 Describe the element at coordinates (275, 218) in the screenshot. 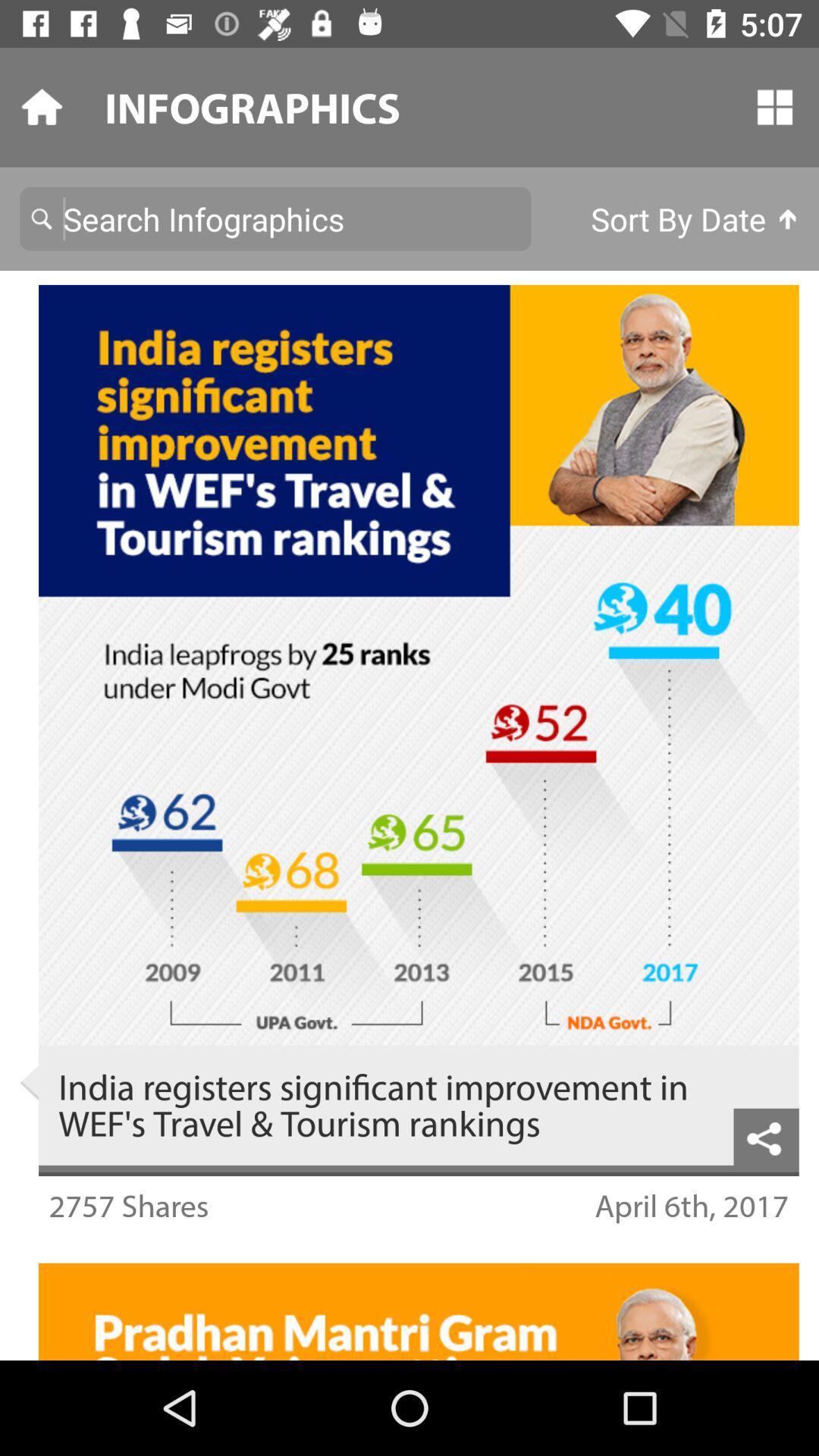

I see `a search bar` at that location.